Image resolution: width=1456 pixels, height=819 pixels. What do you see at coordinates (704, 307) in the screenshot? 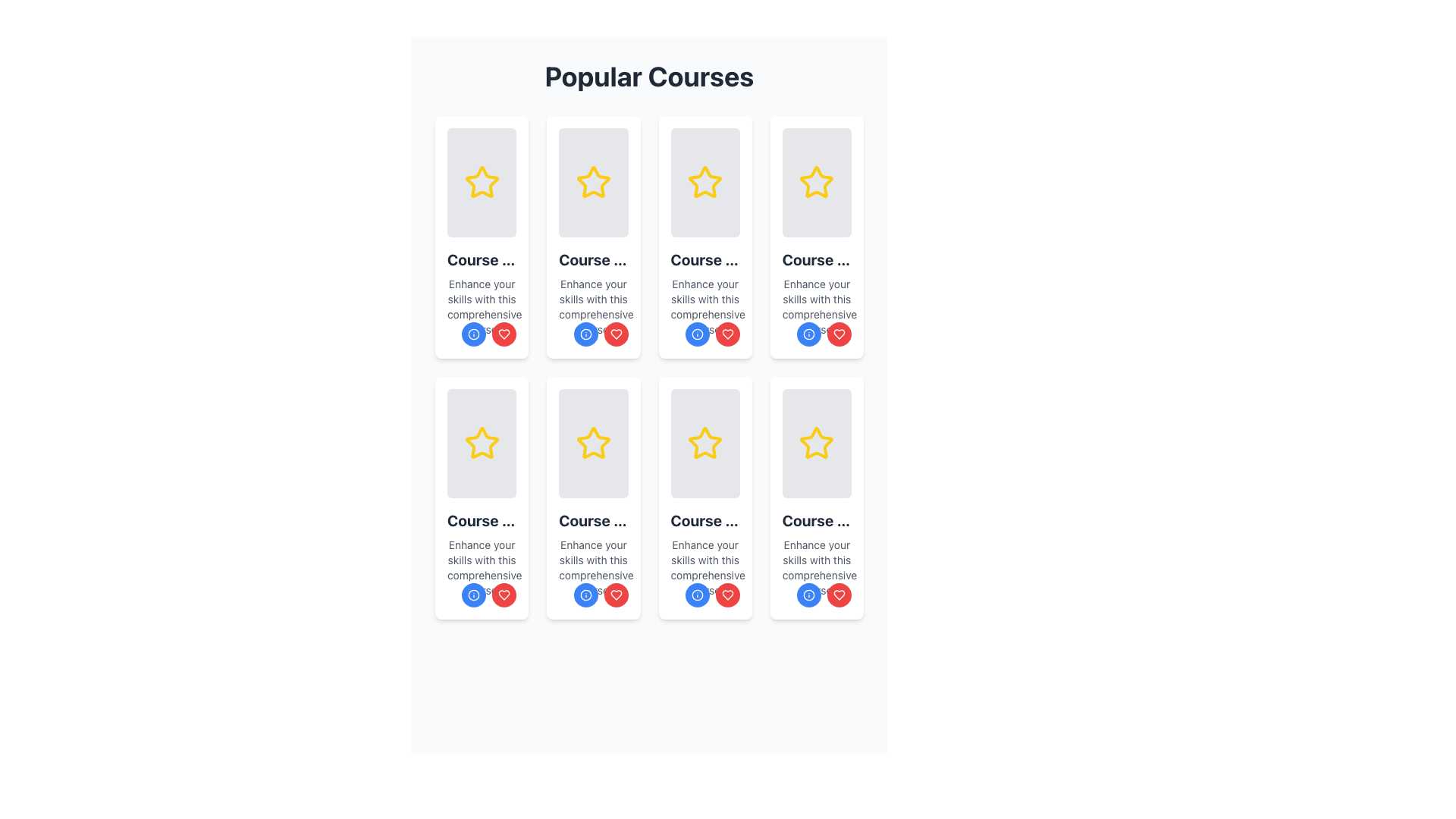
I see `text element that contains the description 'Enhance your skills with this comprehensive course.' located under 'Course Title 3' in the third card of the course card grid` at bounding box center [704, 307].